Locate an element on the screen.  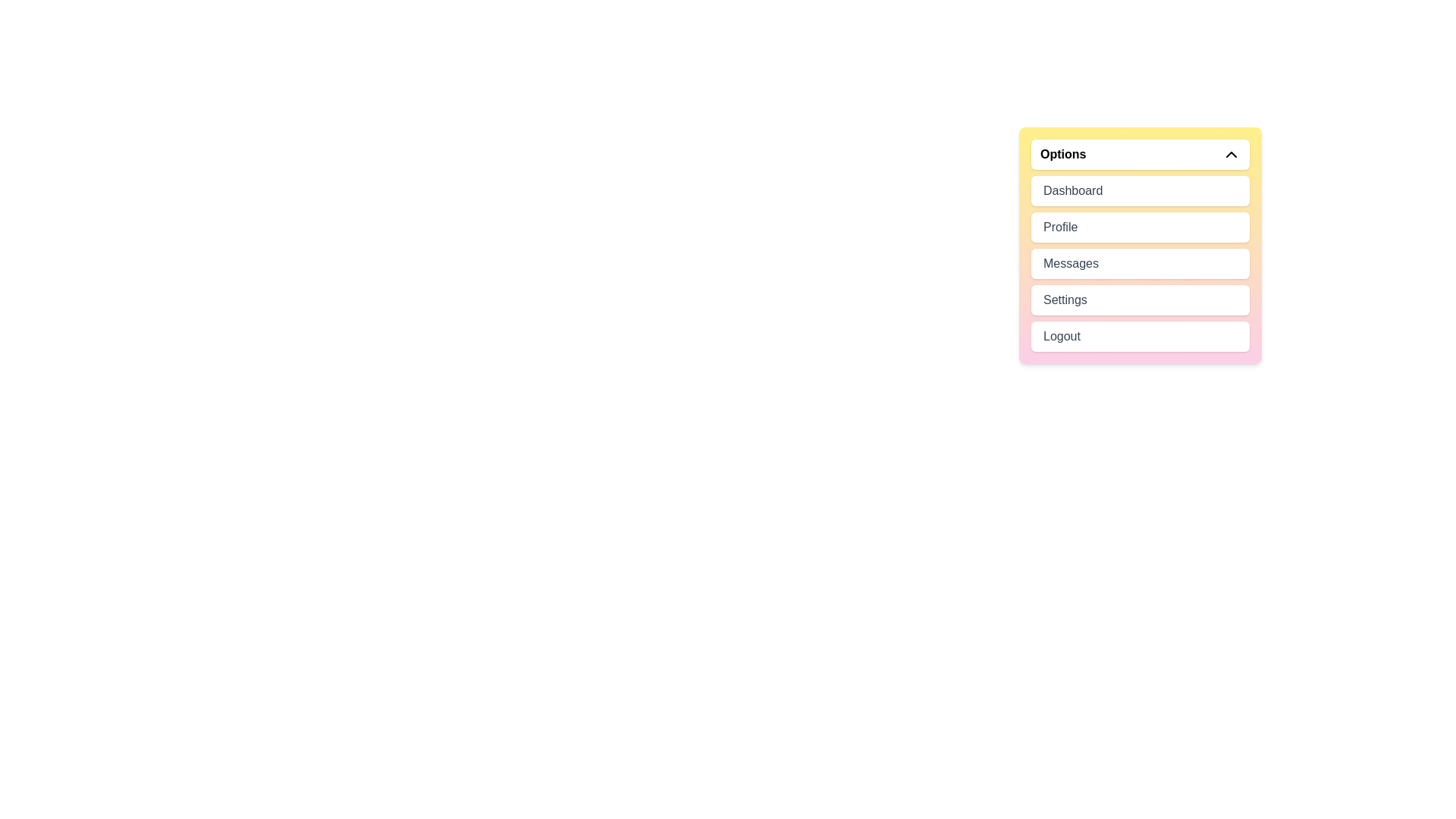
the menu item Settings to highlight it is located at coordinates (1140, 300).